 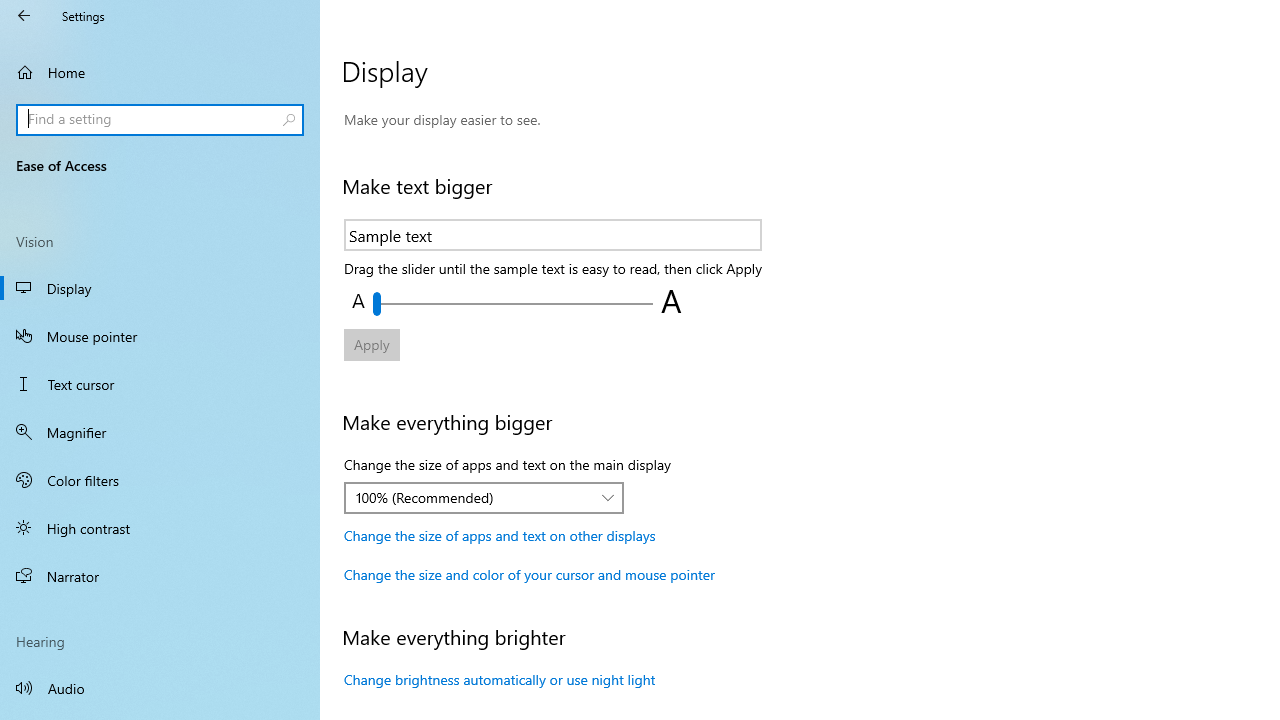 I want to click on 'Change the size of apps and text on other displays', so click(x=499, y=534).